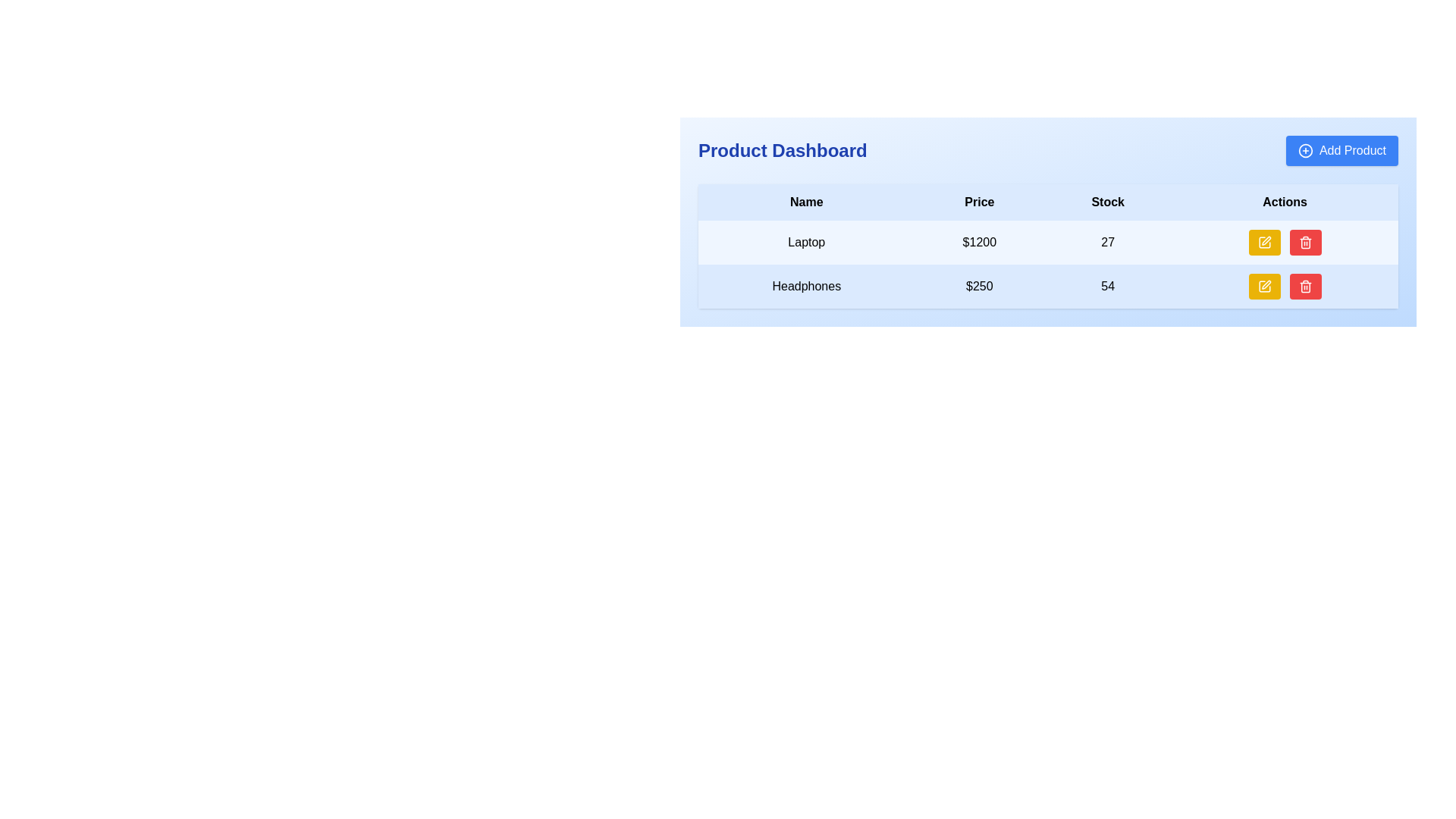 Image resolution: width=1456 pixels, height=819 pixels. Describe the element at coordinates (1264, 242) in the screenshot. I see `the outlined square-shaped icon with rounded corners in the 'Actions' column of the row for the 'Laptop' product` at that location.